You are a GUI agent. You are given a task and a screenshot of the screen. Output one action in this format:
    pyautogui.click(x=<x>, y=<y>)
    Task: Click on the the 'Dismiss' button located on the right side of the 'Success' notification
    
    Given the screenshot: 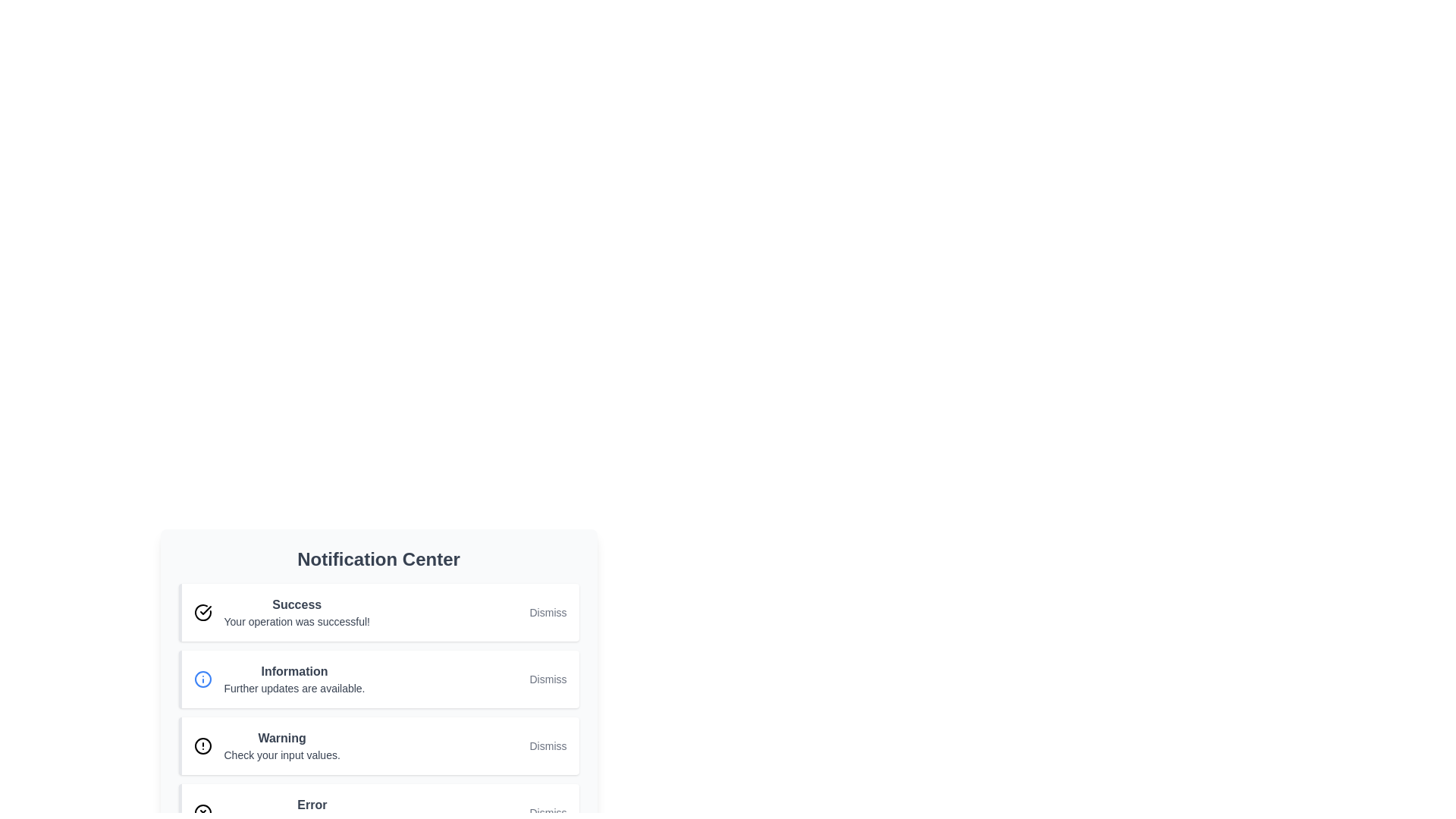 What is the action you would take?
    pyautogui.click(x=548, y=611)
    